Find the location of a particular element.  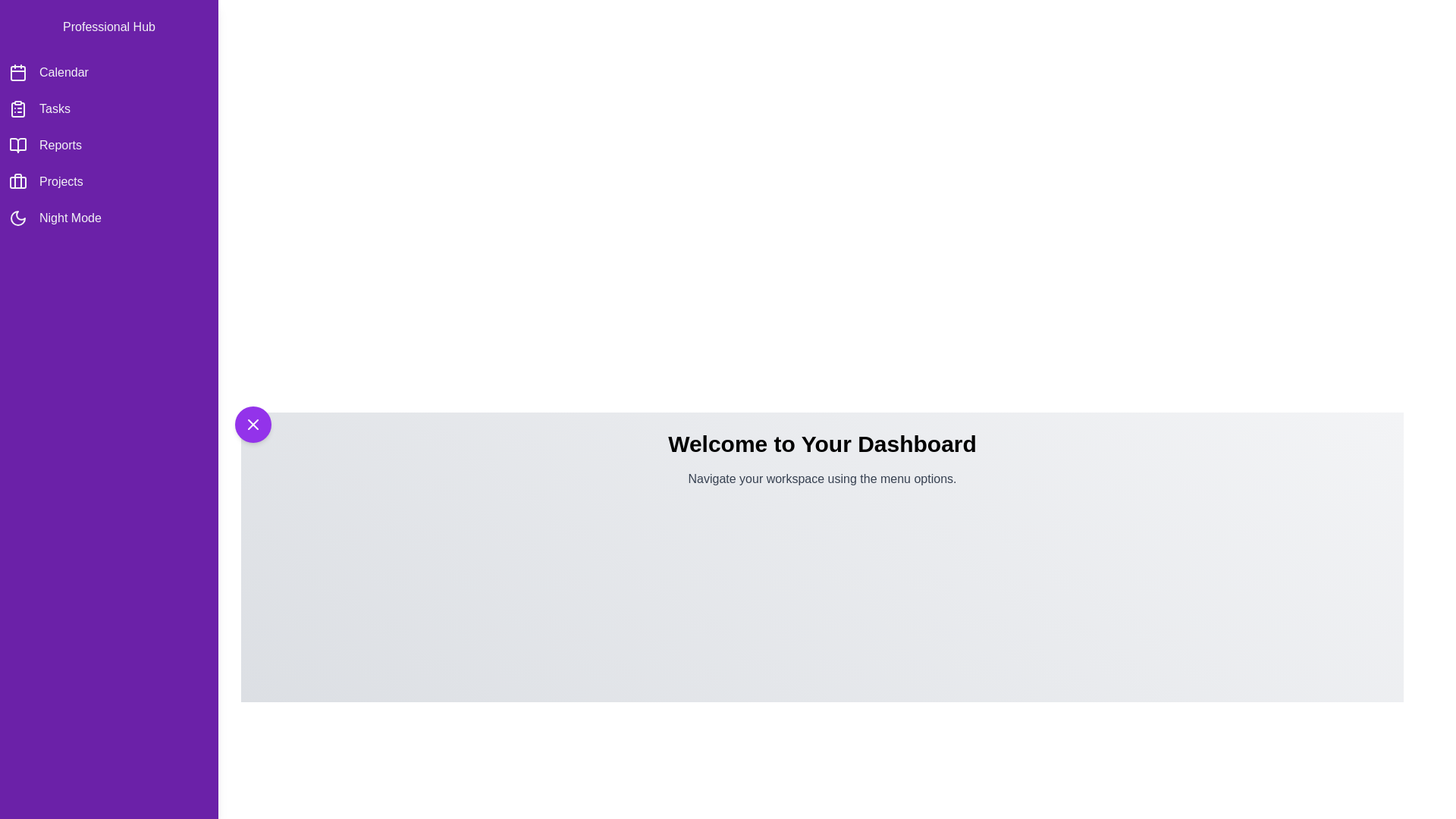

the menu item Reports from the side drawer is located at coordinates (108, 146).